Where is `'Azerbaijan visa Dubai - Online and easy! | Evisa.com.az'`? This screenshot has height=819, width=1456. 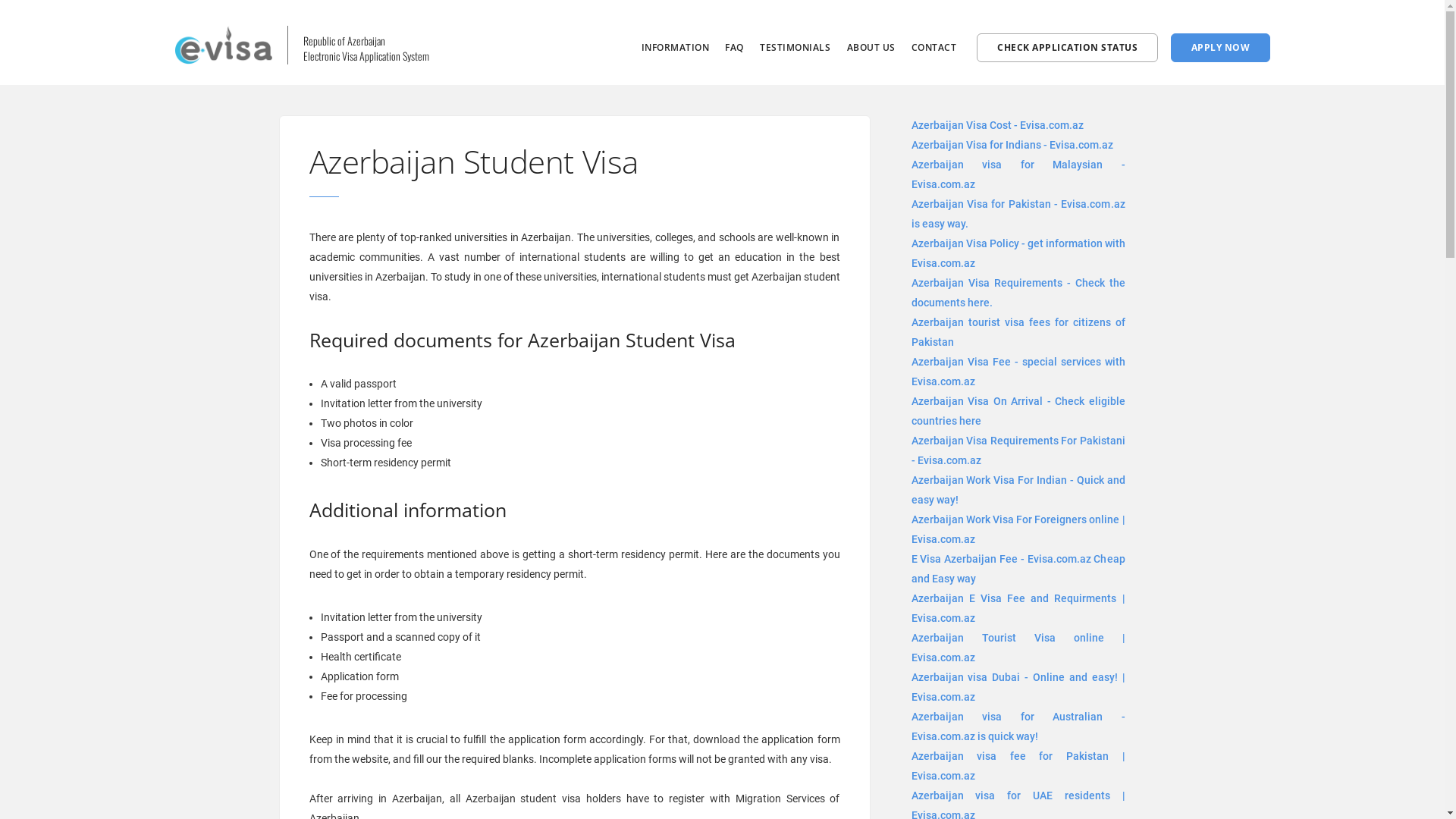
'Azerbaijan visa Dubai - Online and easy! | Evisa.com.az' is located at coordinates (1018, 687).